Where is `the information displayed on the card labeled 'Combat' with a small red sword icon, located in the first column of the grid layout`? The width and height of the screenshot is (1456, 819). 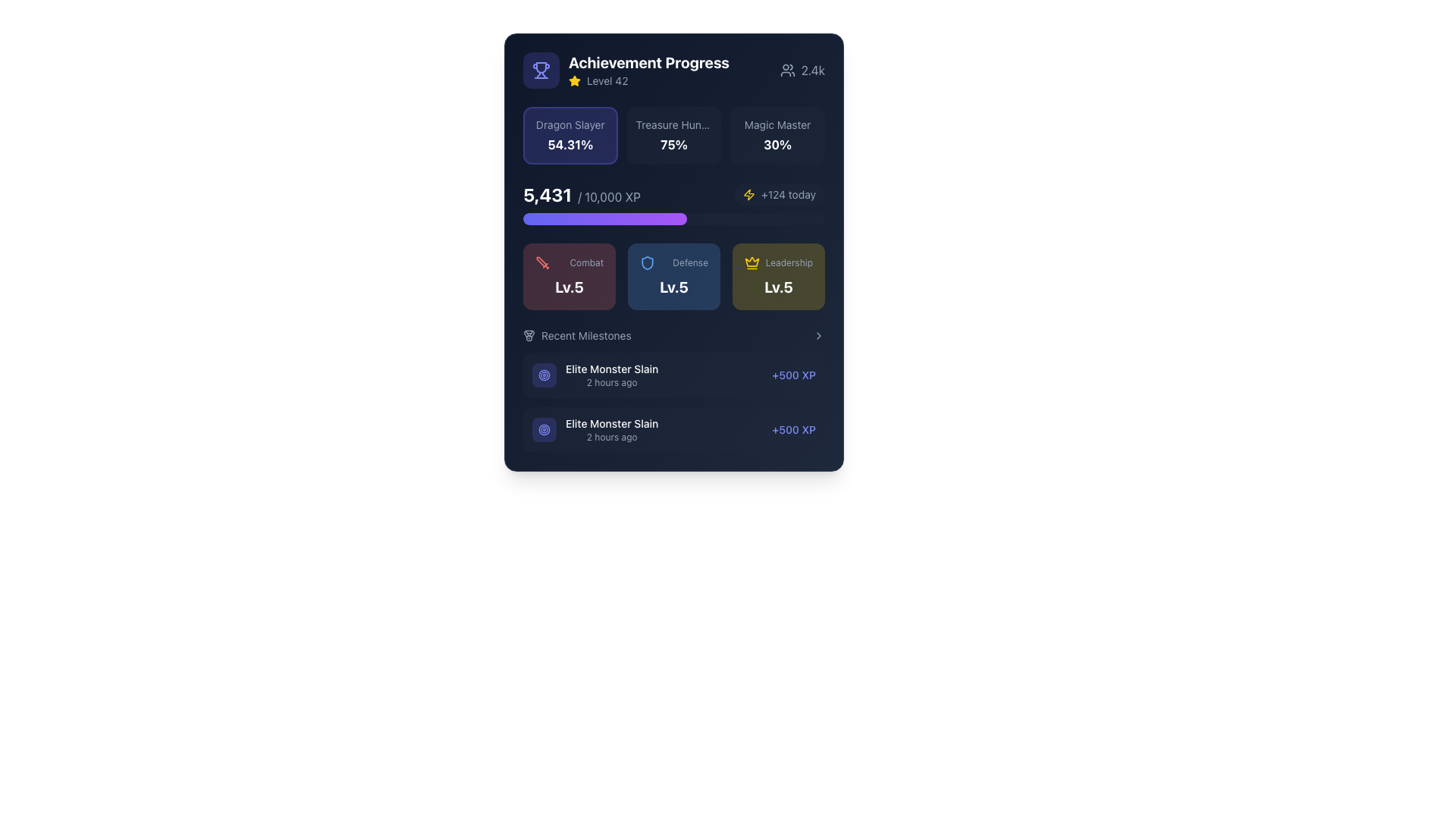 the information displayed on the card labeled 'Combat' with a small red sword icon, located in the first column of the grid layout is located at coordinates (568, 277).